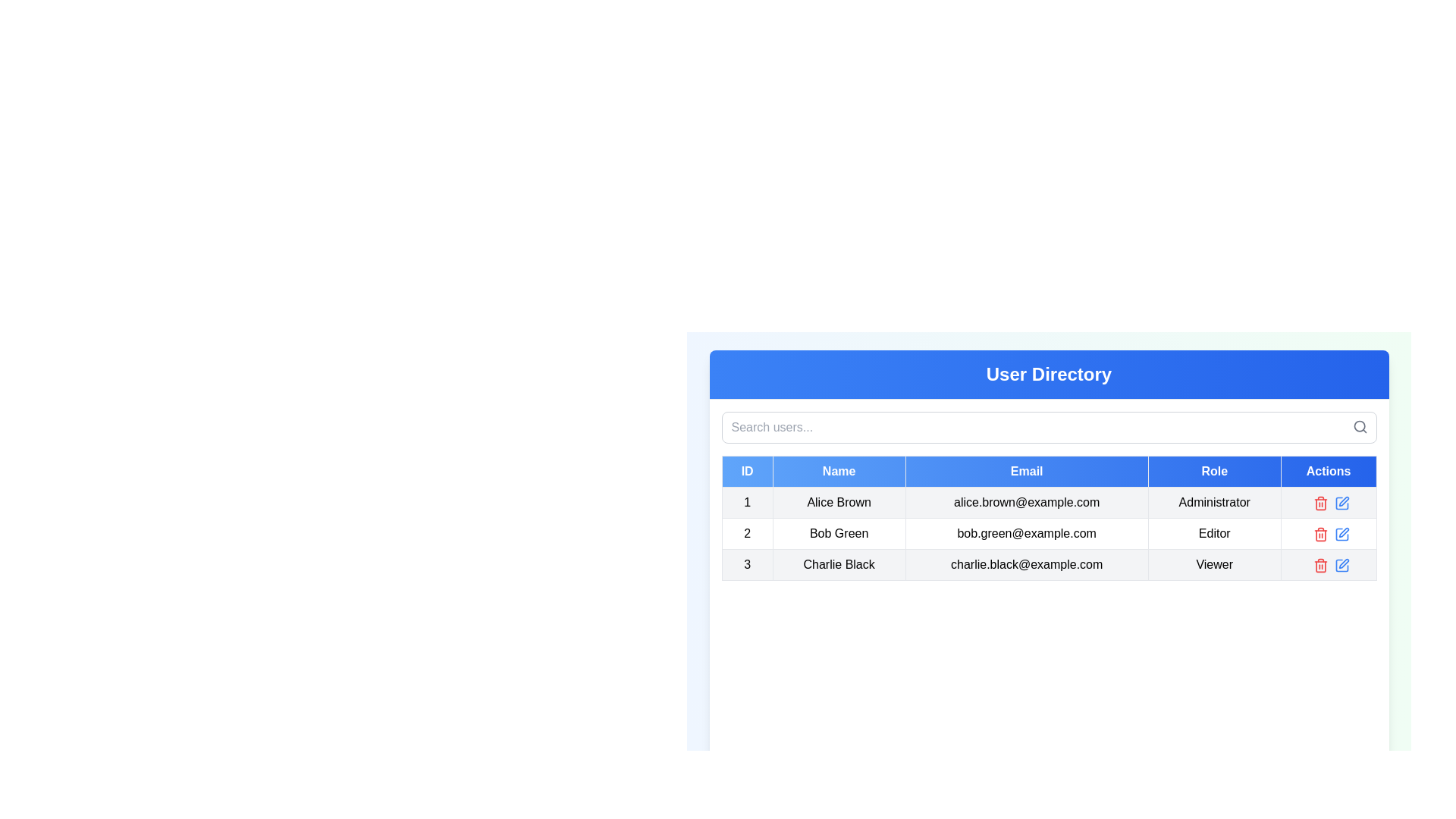 The width and height of the screenshot is (1456, 819). I want to click on the fourth header in the user details table, which indicates user roles and is positioned between 'Email' and 'Actions' in the blue gradient title bar, so click(1214, 470).